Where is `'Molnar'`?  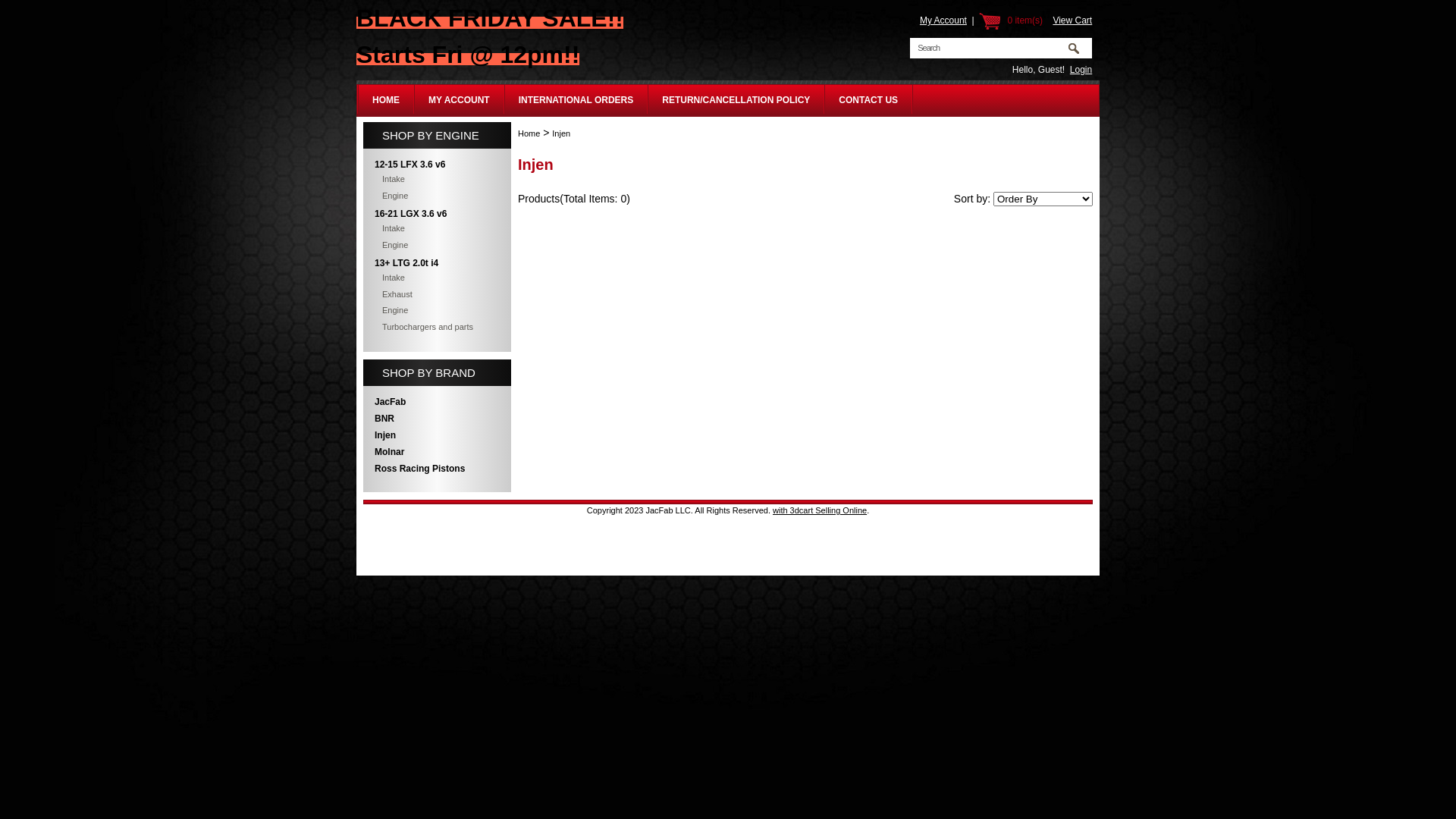
'Molnar' is located at coordinates (436, 451).